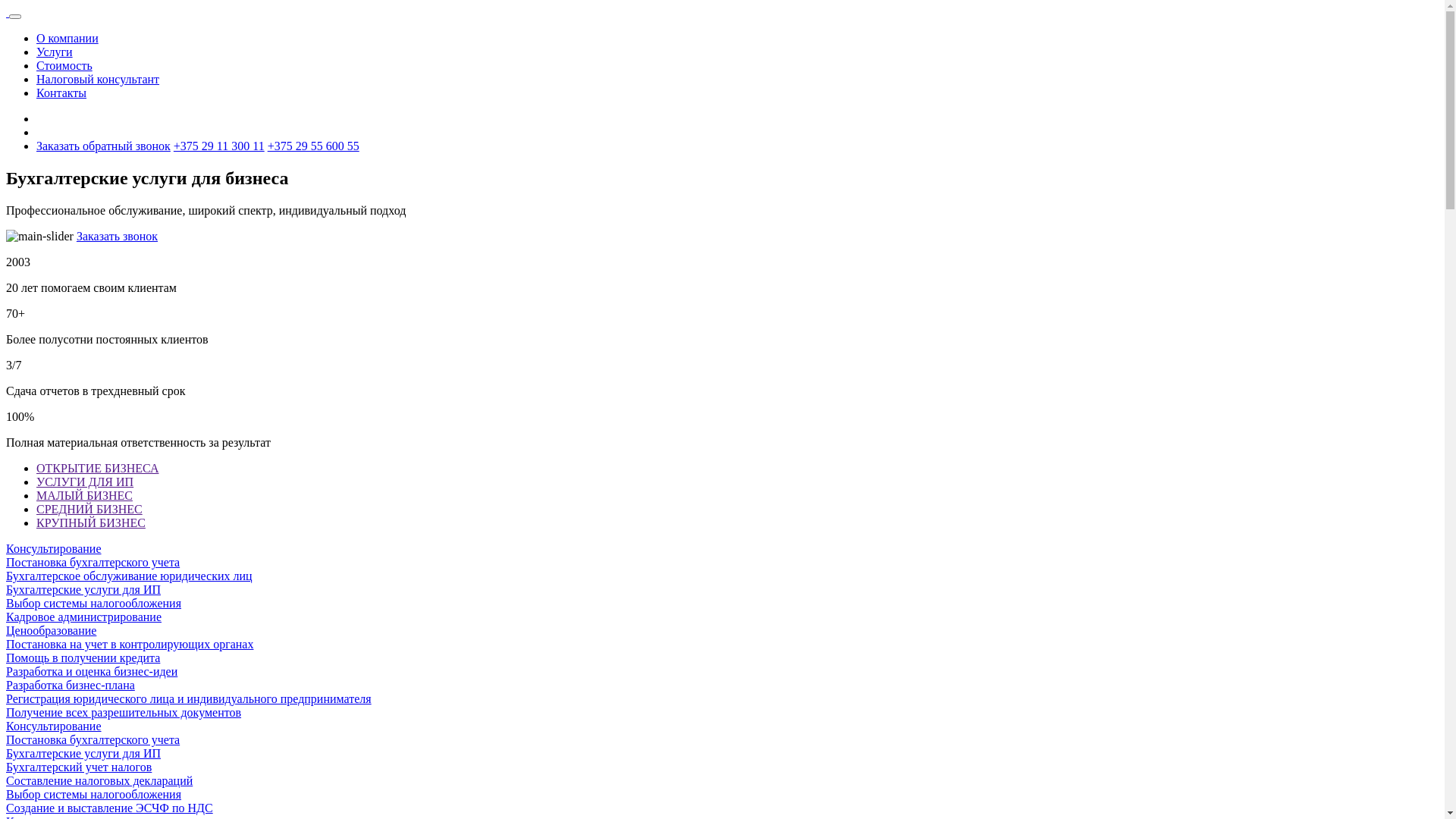 The width and height of the screenshot is (1456, 819). I want to click on '+375 29 55 600 55', so click(312, 146).